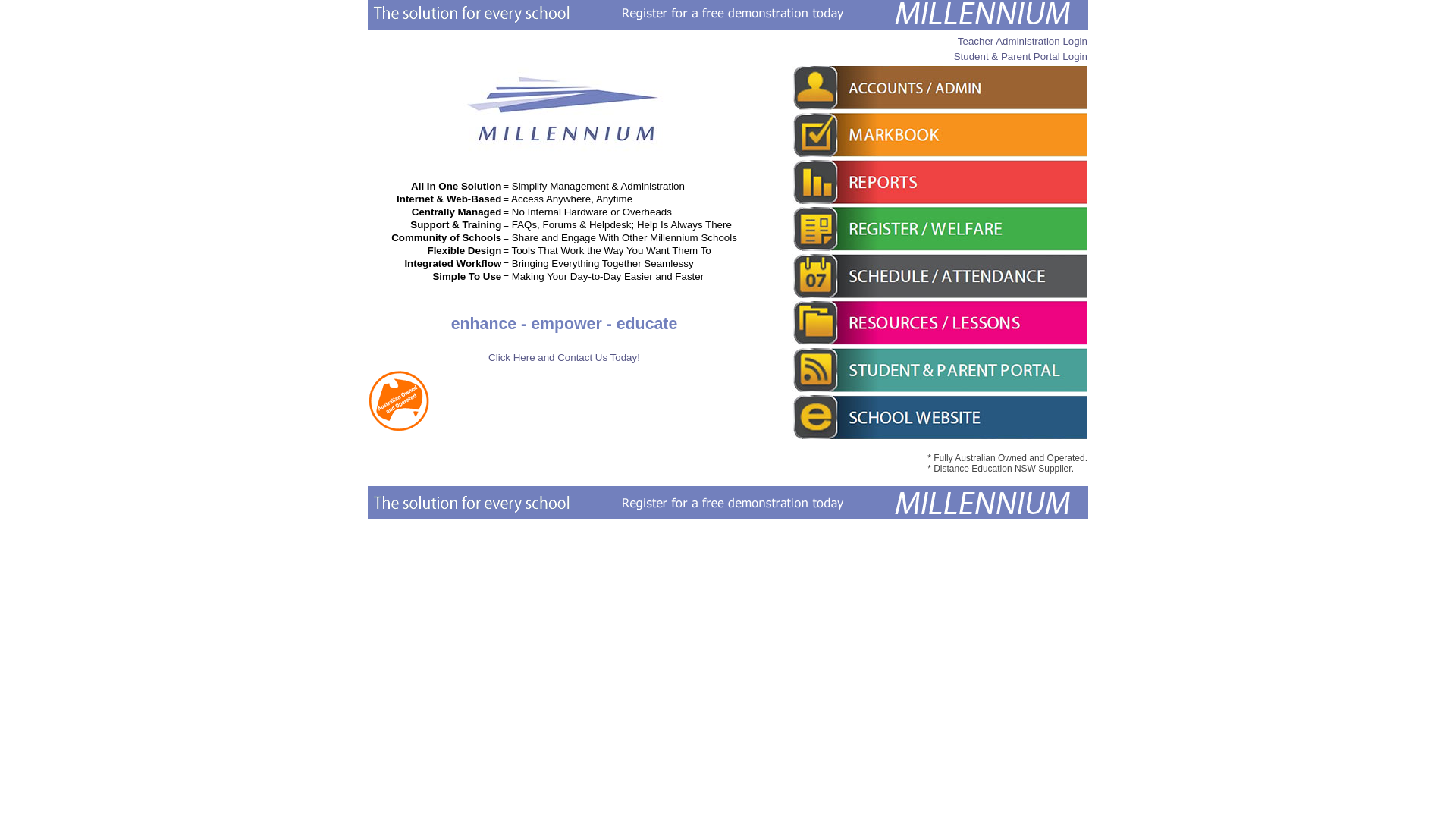 The image size is (1456, 819). What do you see at coordinates (1022, 40) in the screenshot?
I see `'Teacher Administration Login'` at bounding box center [1022, 40].